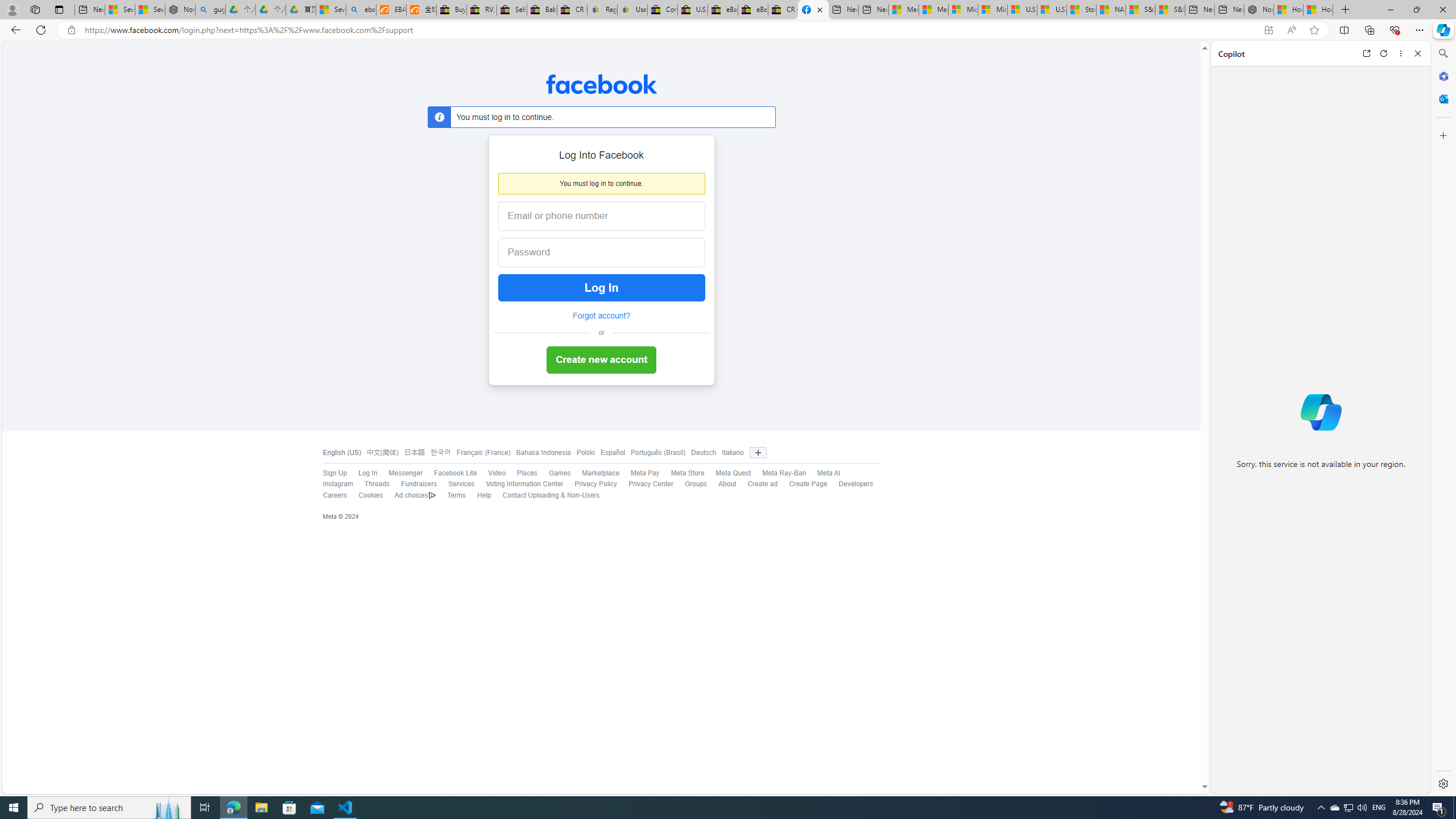  Describe the element at coordinates (807, 483) in the screenshot. I see `'Create Page'` at that location.